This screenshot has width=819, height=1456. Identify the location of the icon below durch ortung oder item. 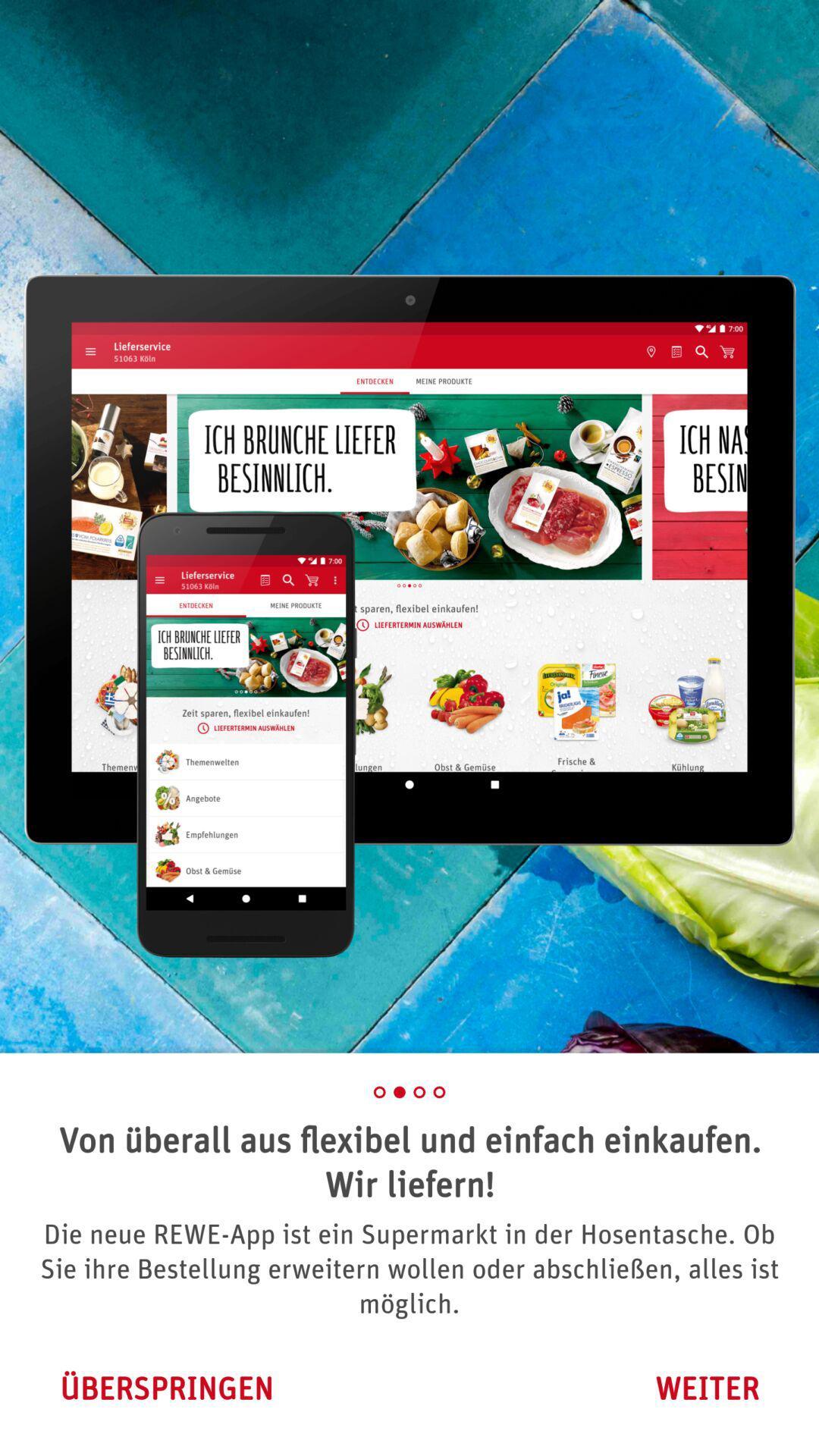
(707, 1388).